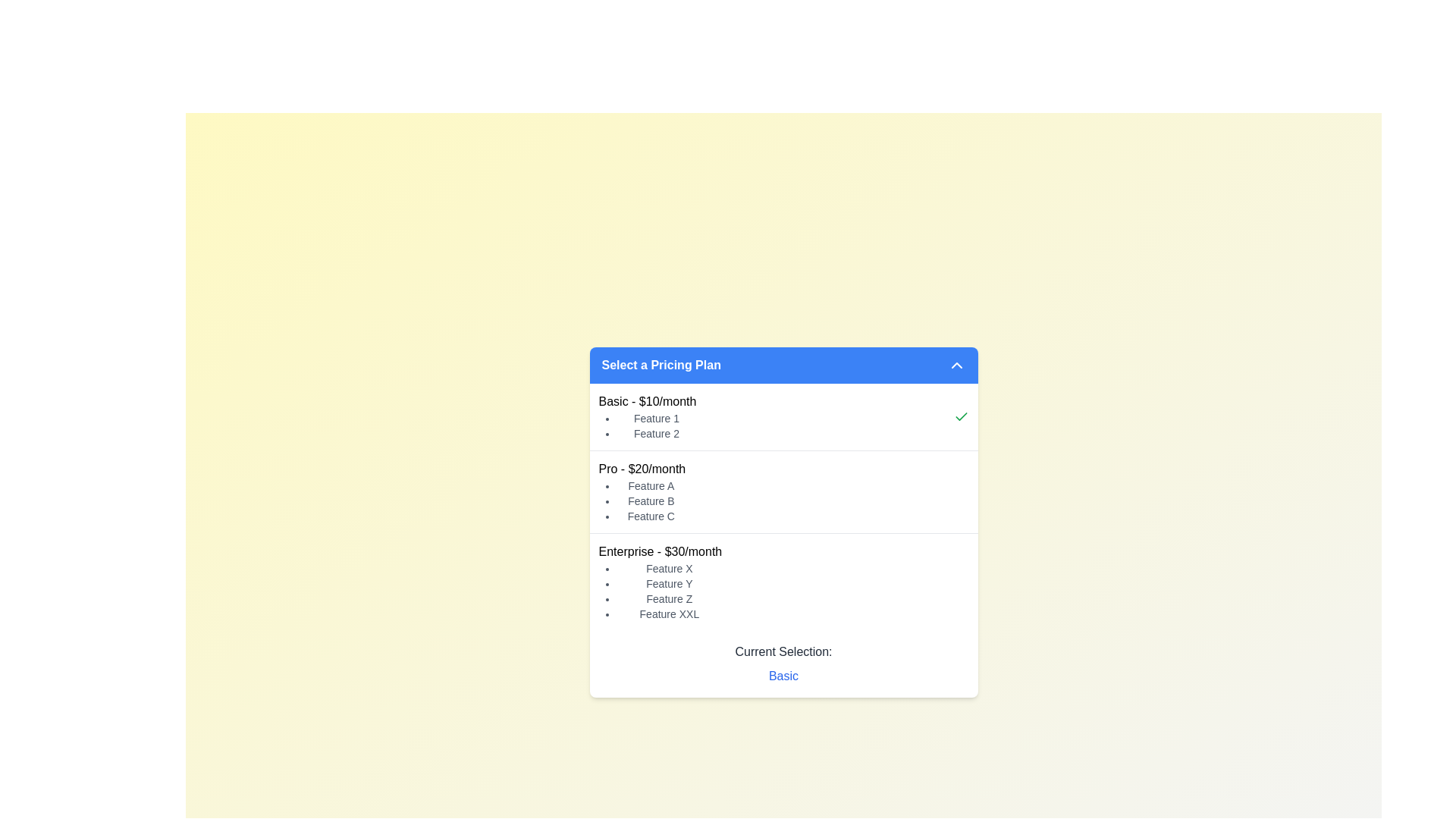  Describe the element at coordinates (783, 417) in the screenshot. I see `the 'Basic - $10/month' pricing plan` at that location.